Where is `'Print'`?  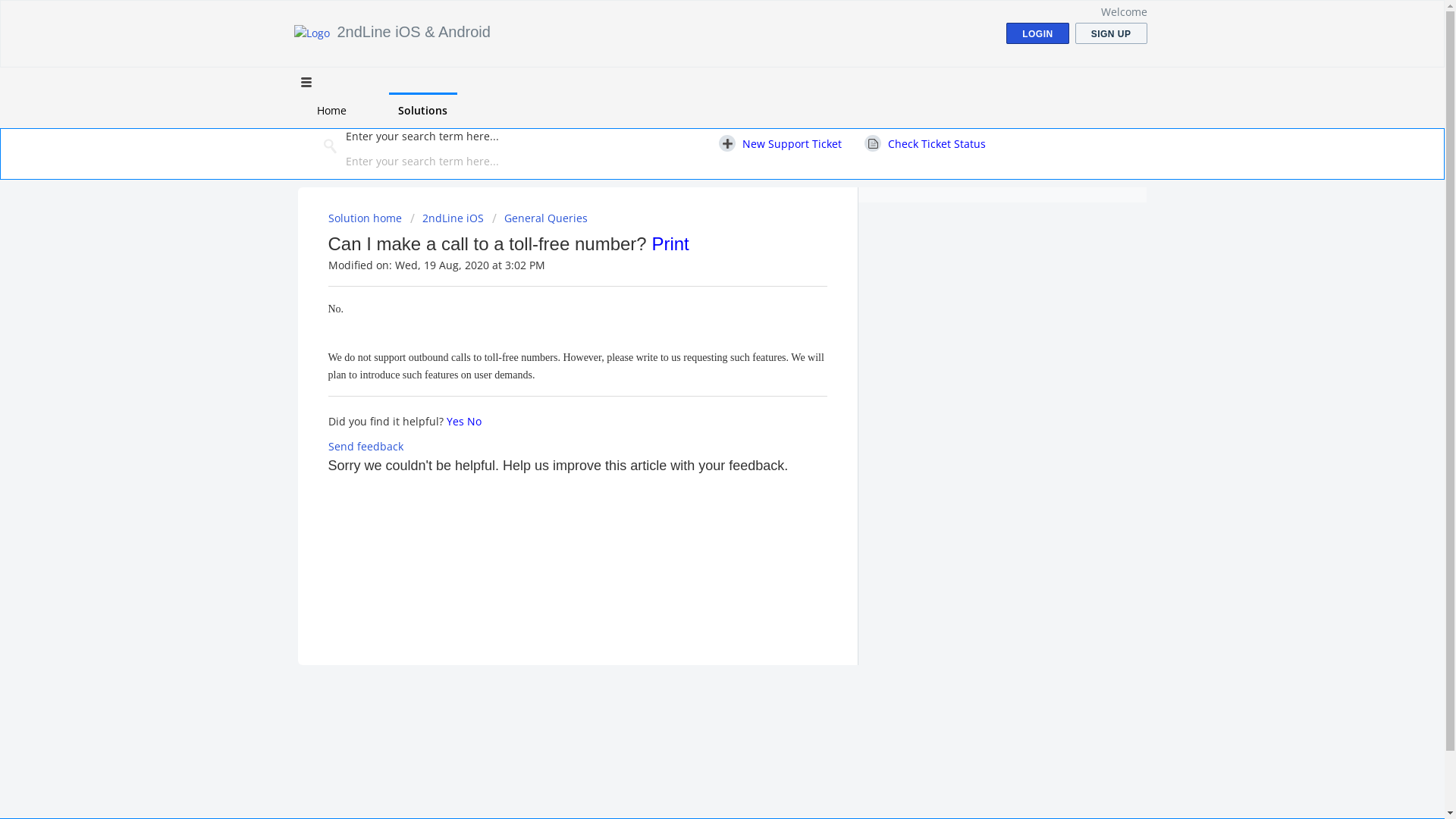 'Print' is located at coordinates (669, 243).